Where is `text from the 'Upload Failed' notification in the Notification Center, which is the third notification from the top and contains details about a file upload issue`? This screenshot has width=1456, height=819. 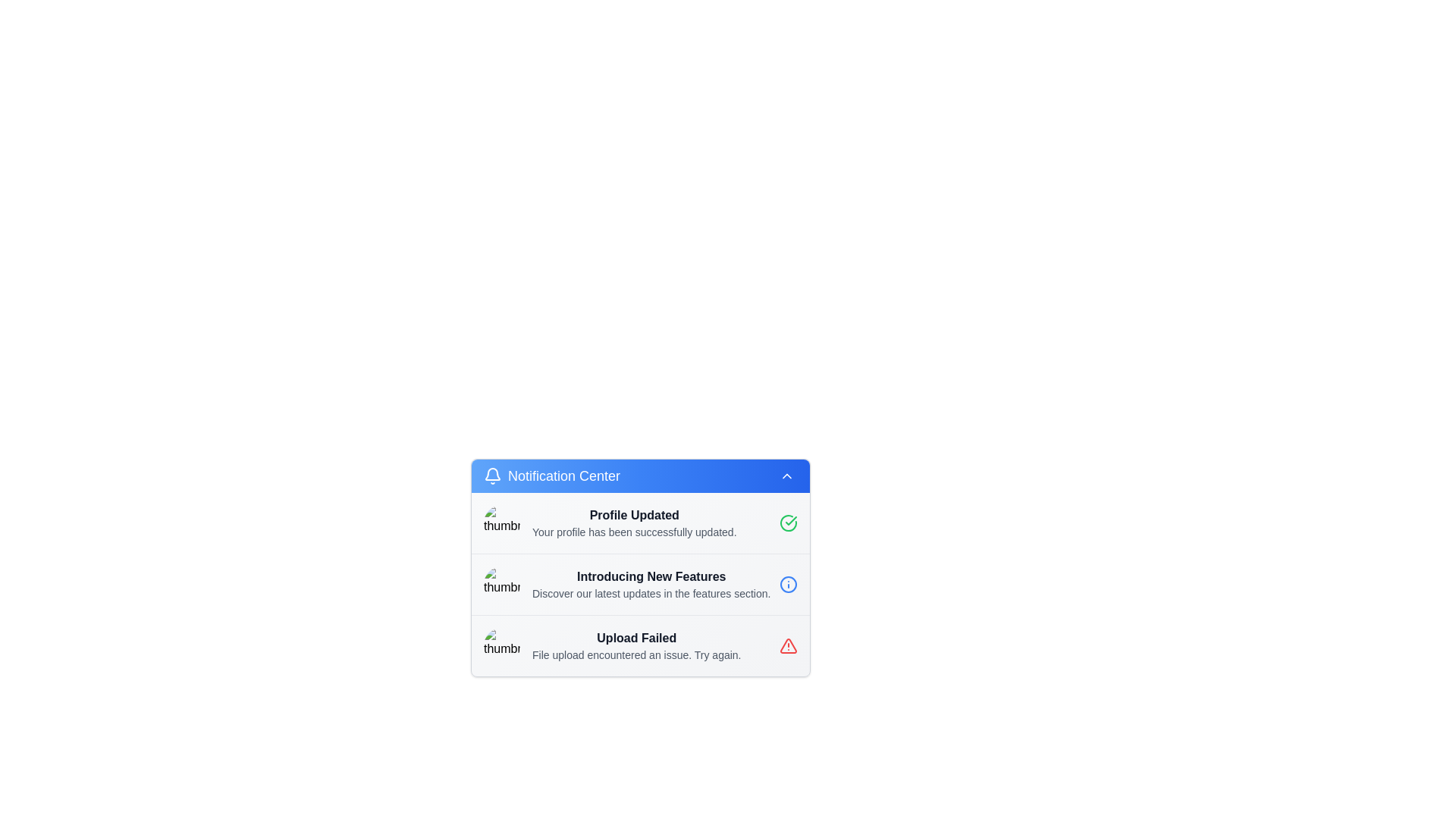 text from the 'Upload Failed' notification in the Notification Center, which is the third notification from the top and contains details about a file upload issue is located at coordinates (636, 646).